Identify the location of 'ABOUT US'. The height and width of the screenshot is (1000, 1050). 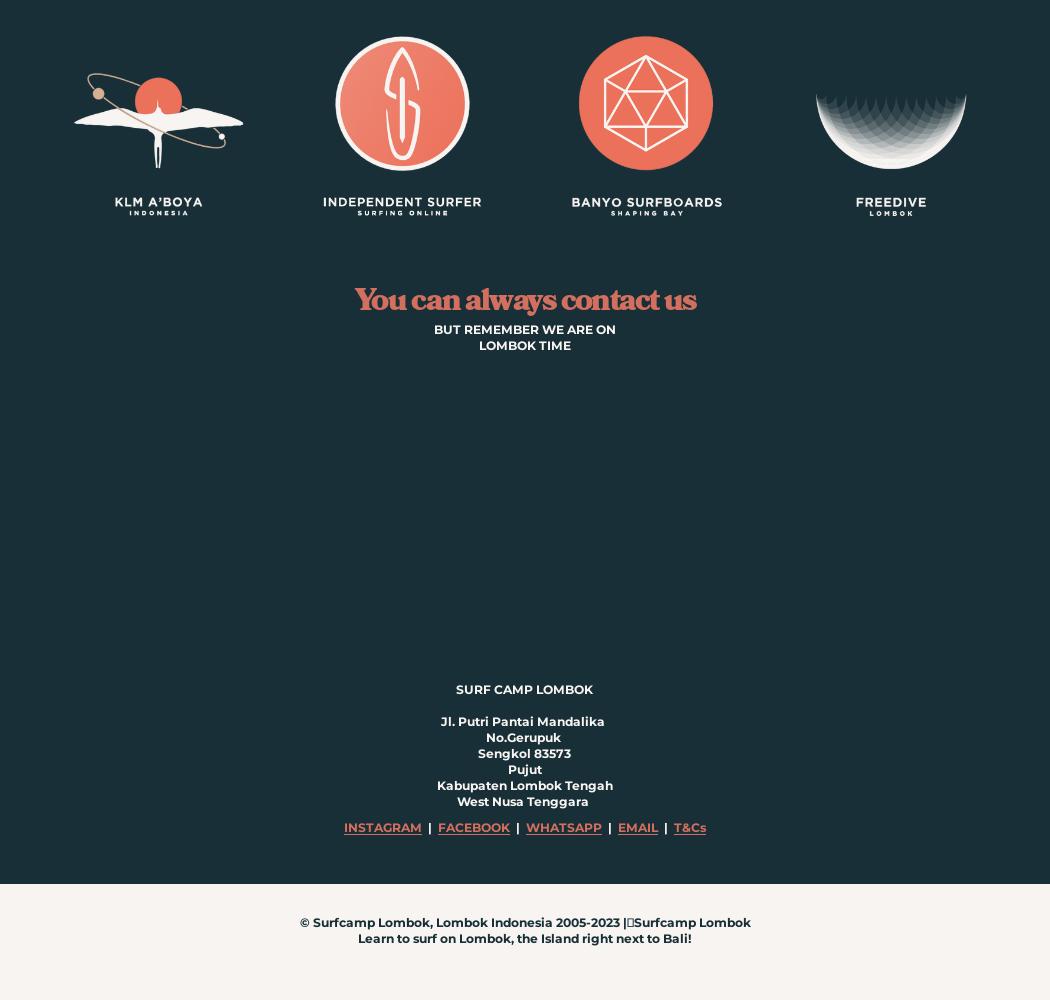
(523, 40).